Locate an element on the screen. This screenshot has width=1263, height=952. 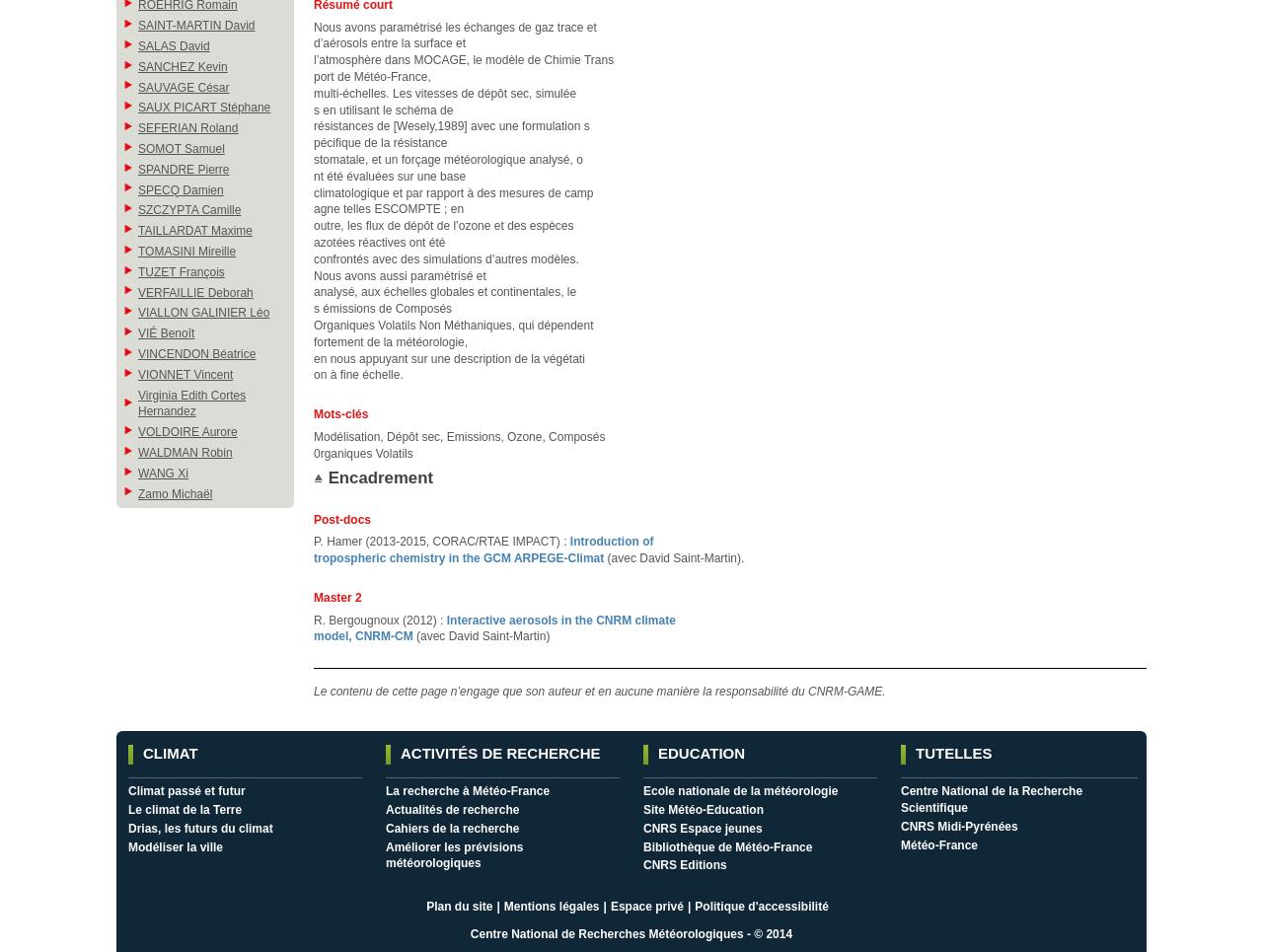
'TOMASINI Mireille' is located at coordinates (186, 250).